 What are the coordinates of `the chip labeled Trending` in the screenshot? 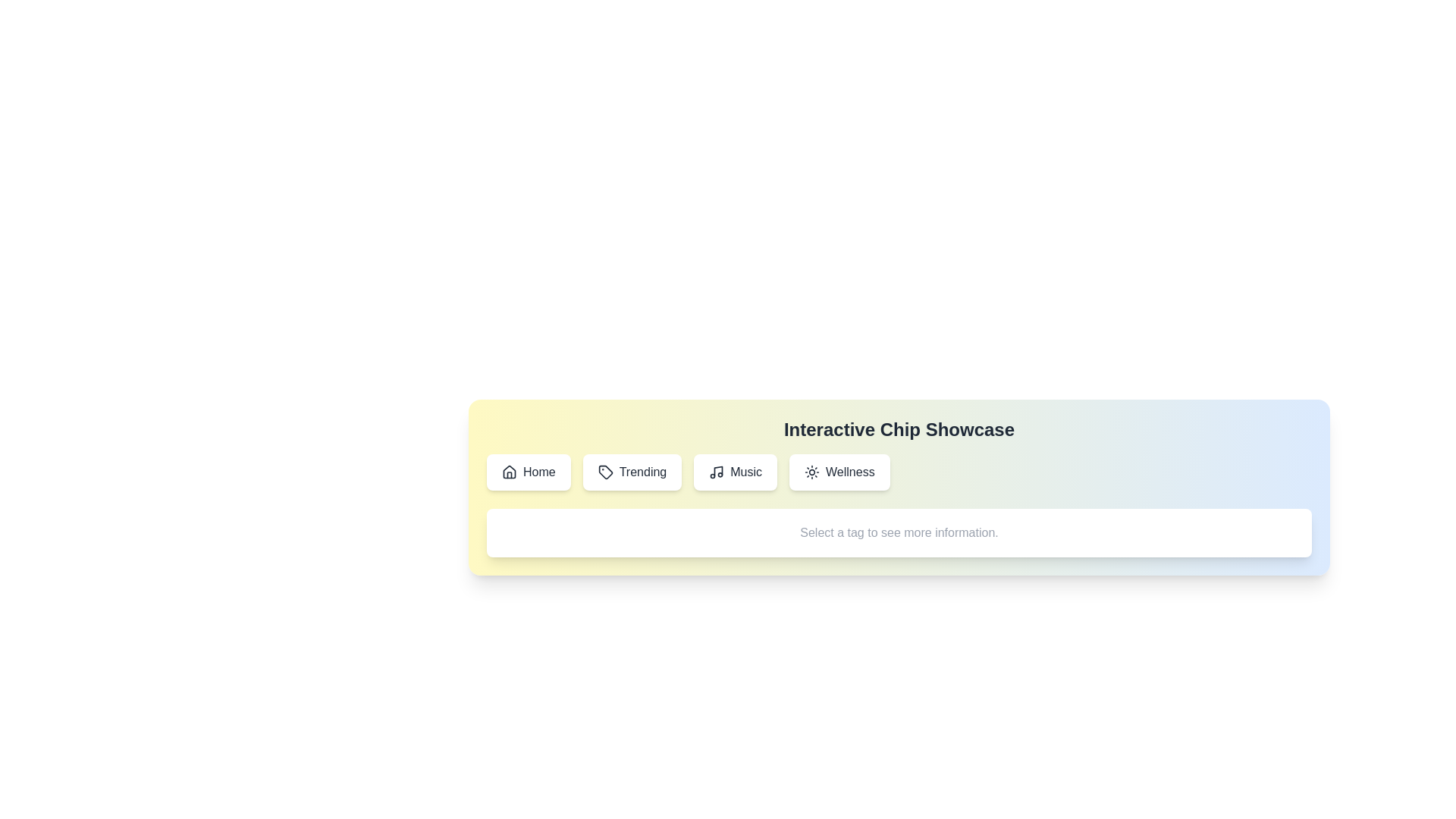 It's located at (632, 472).